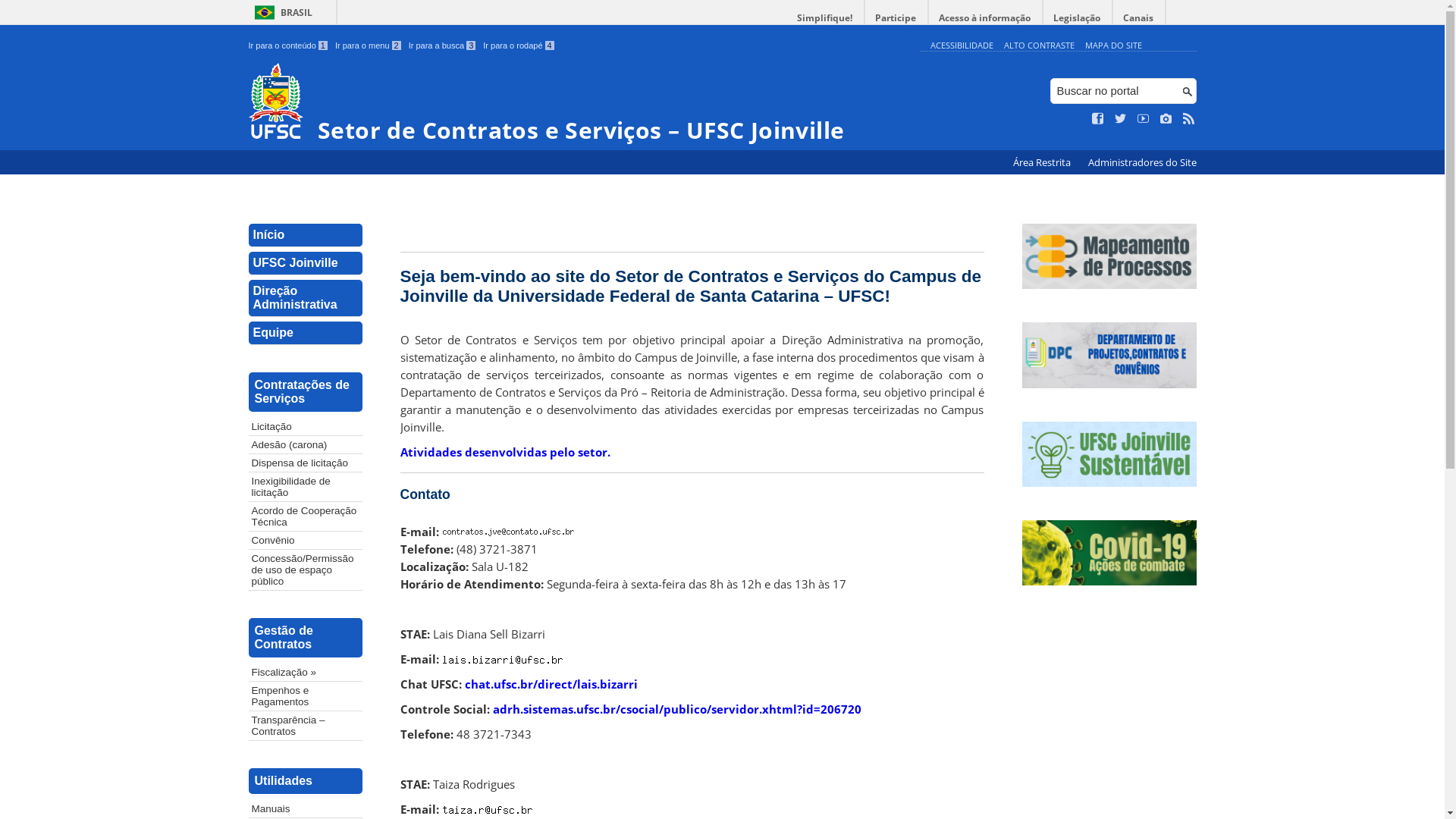 The width and height of the screenshot is (1456, 819). What do you see at coordinates (895, 17) in the screenshot?
I see `'Participe'` at bounding box center [895, 17].